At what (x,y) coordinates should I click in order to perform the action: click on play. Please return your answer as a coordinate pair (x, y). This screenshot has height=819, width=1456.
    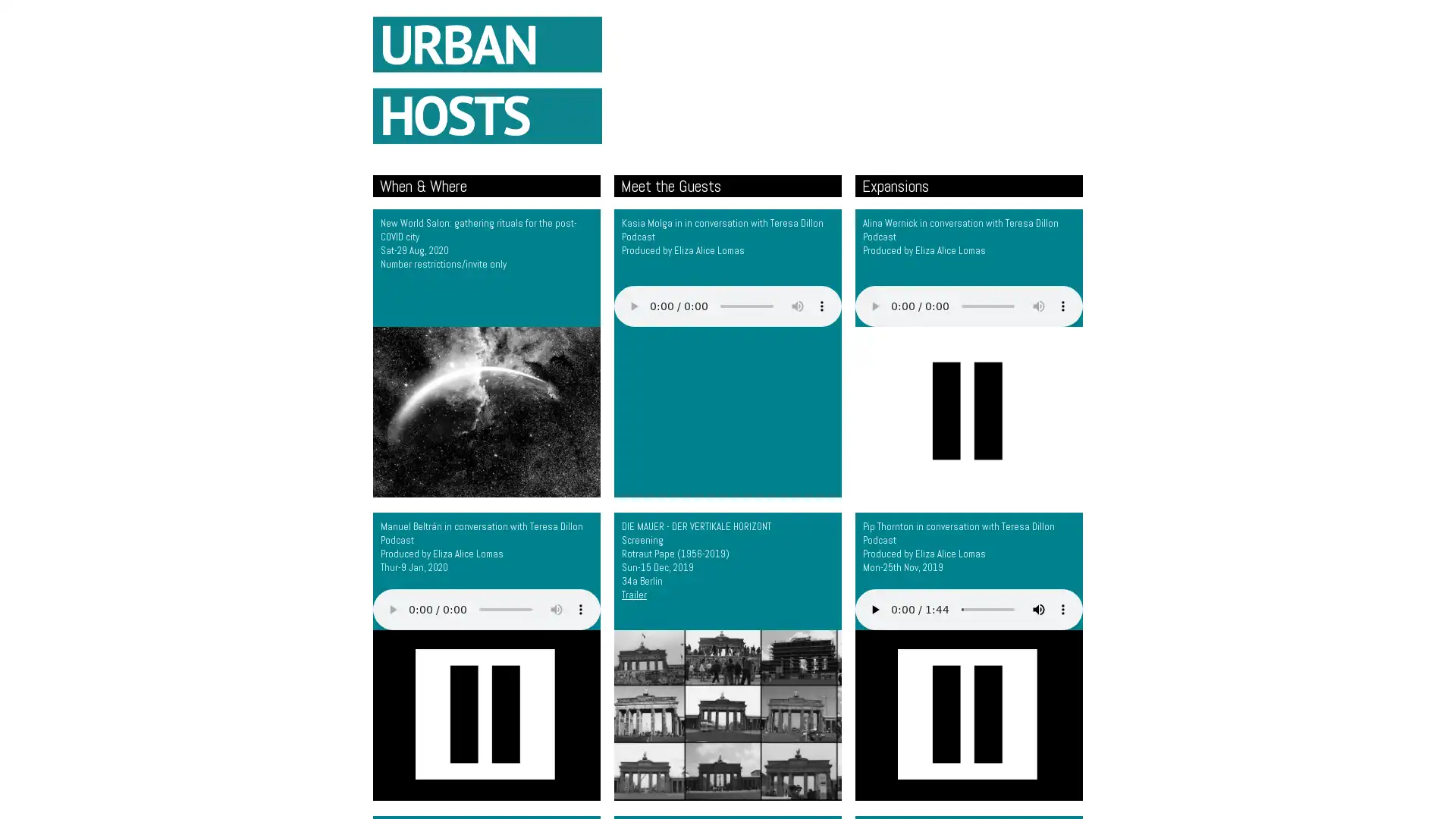
    Looking at the image, I should click on (874, 608).